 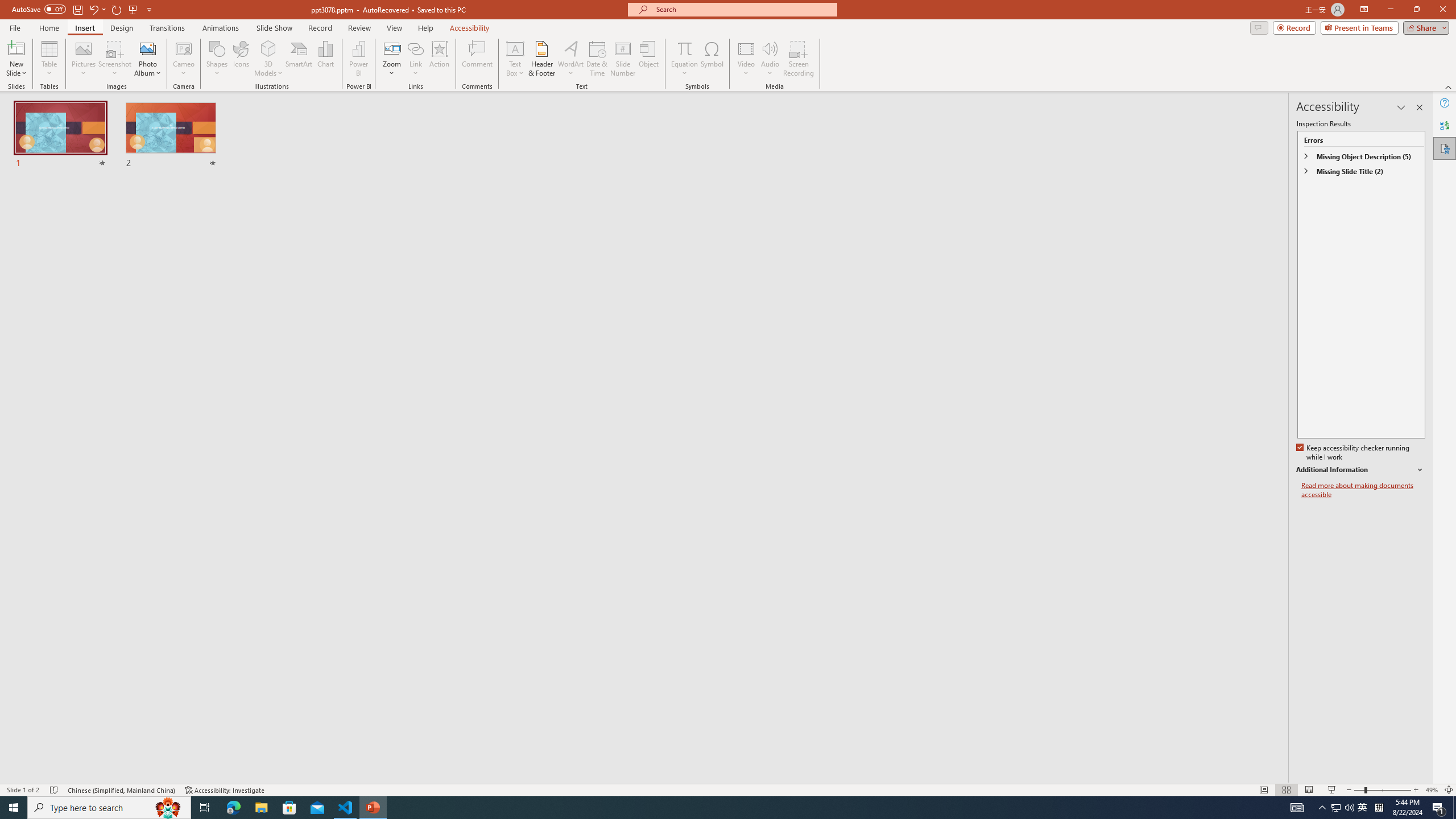 I want to click on 'Draw Horizontal Text Box', so click(x=515, y=48).